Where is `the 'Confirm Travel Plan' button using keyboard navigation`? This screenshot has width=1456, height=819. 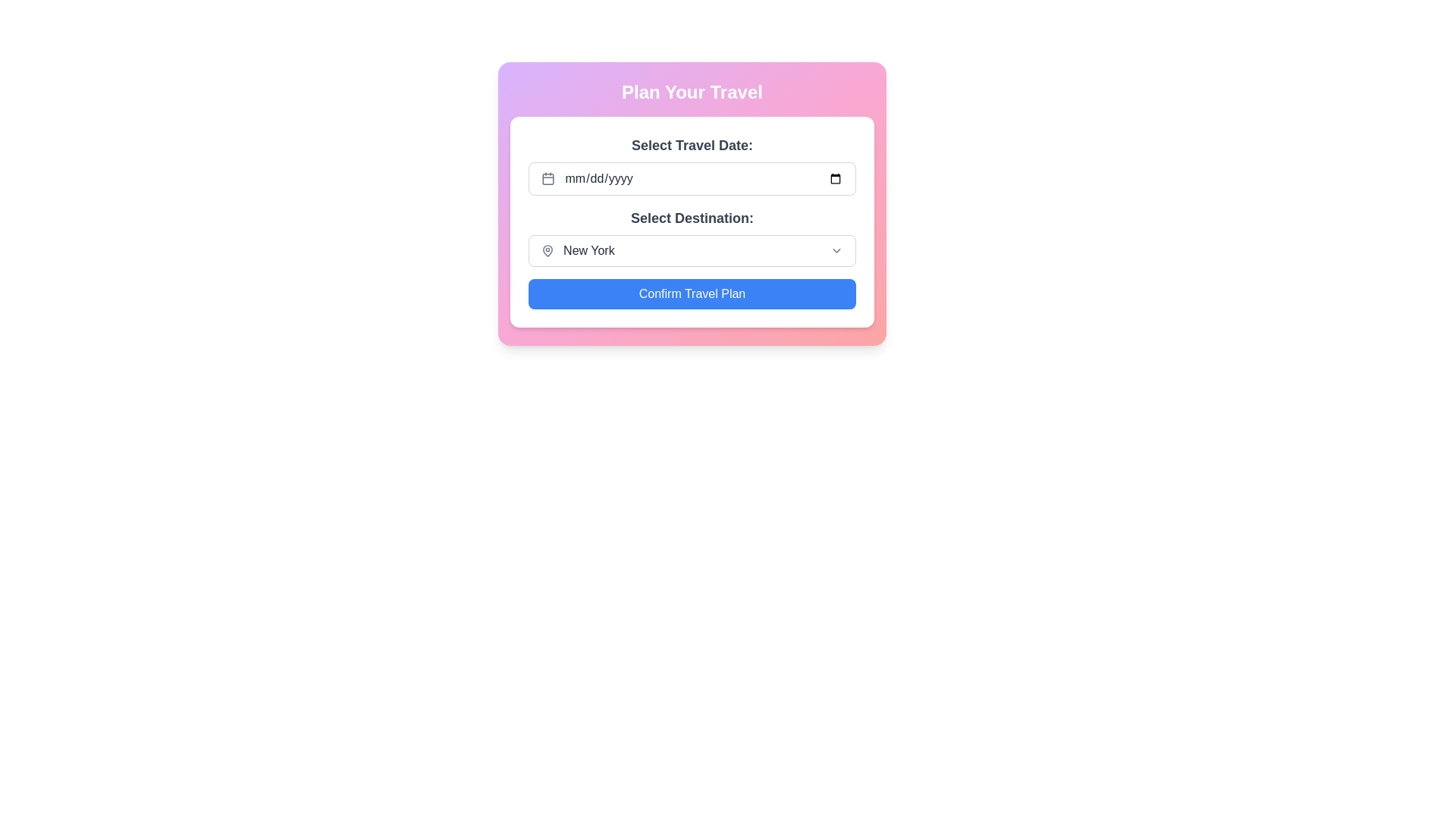 the 'Confirm Travel Plan' button using keyboard navigation is located at coordinates (691, 294).